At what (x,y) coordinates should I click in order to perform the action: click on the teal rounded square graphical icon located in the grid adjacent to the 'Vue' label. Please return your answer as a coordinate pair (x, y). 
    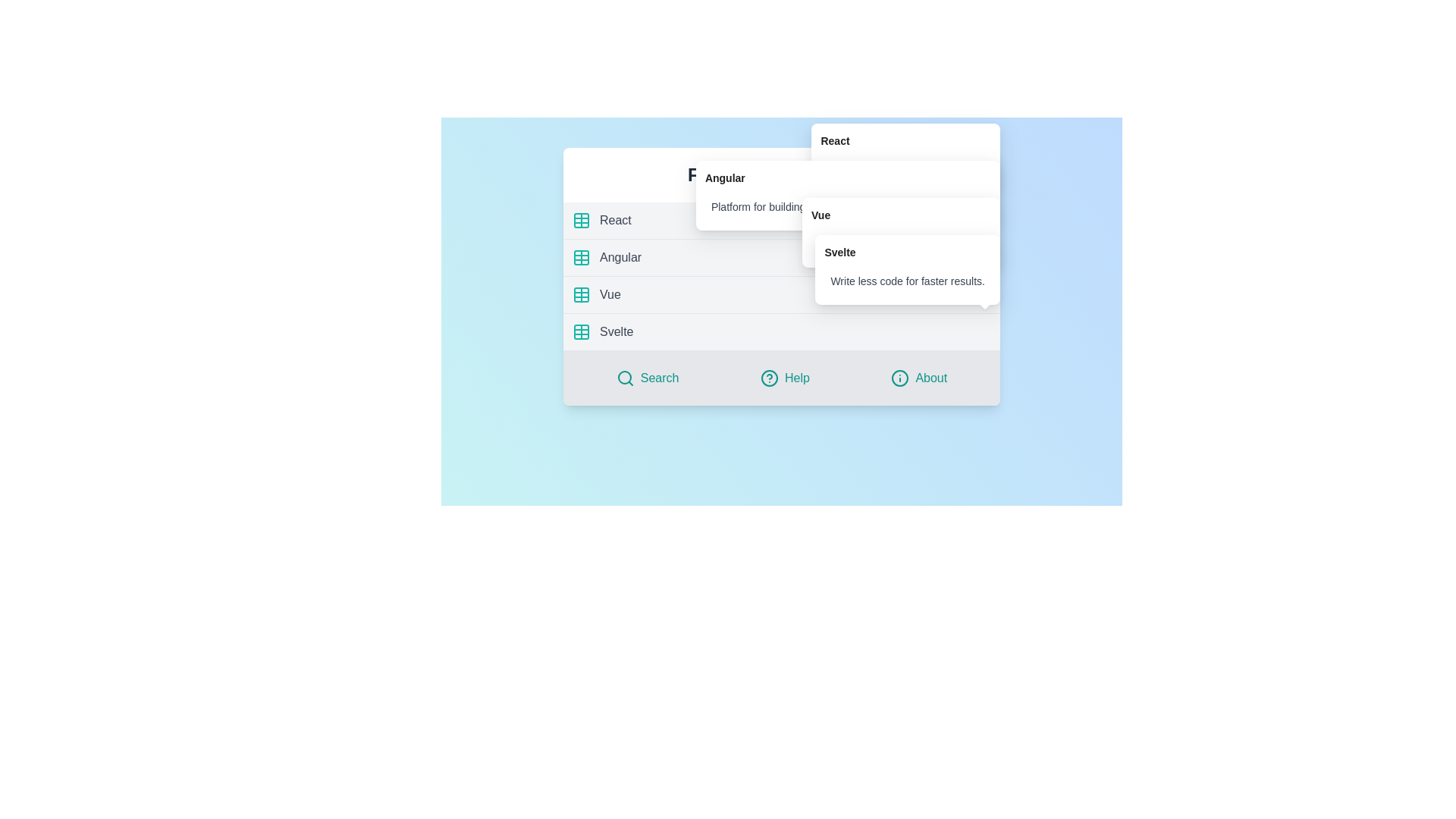
    Looking at the image, I should click on (581, 295).